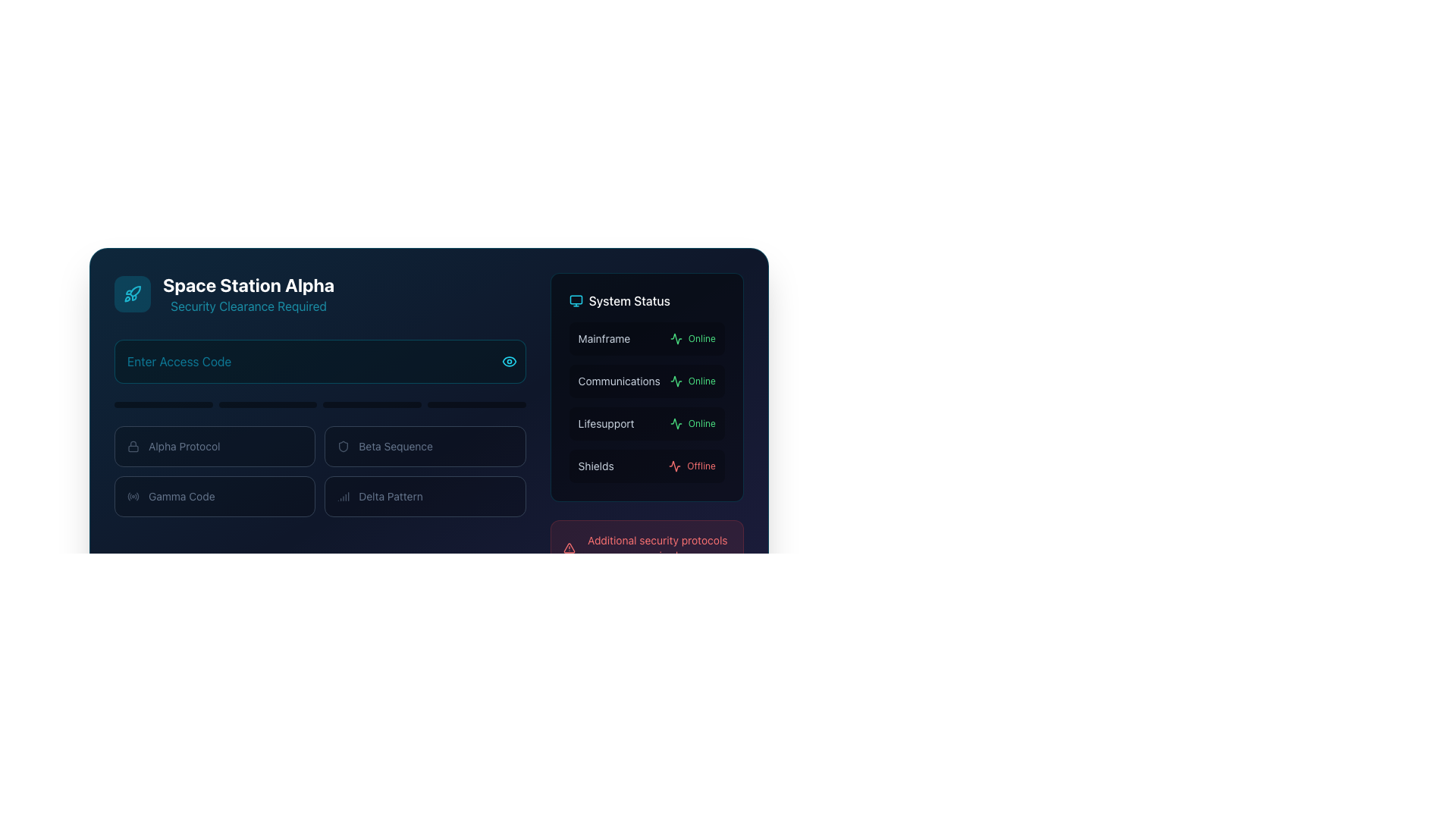  I want to click on the decorative subtitle indicating that a security clearance is needed, located directly below the 'Space Station Alpha' title, so click(249, 306).